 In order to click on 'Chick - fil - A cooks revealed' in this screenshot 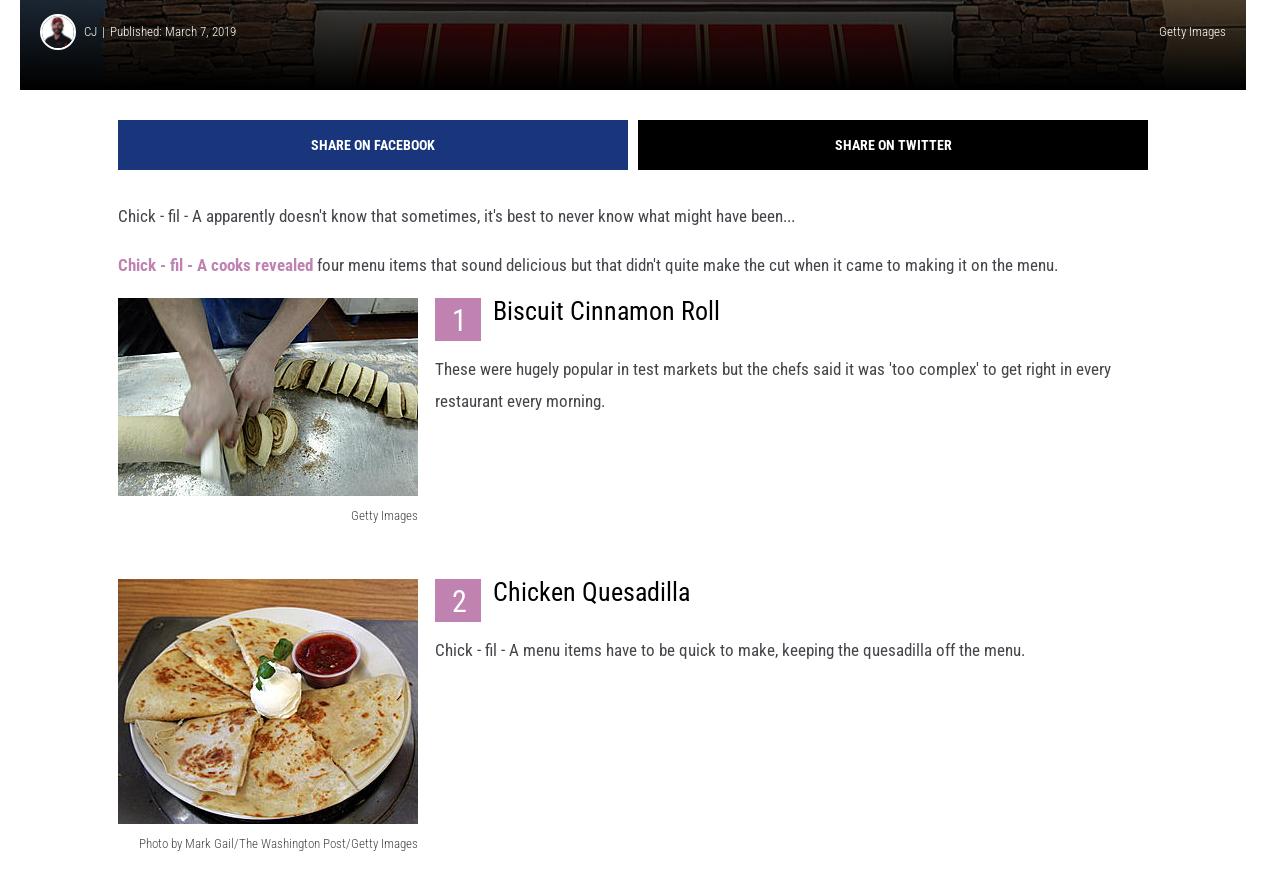, I will do `click(215, 281)`.